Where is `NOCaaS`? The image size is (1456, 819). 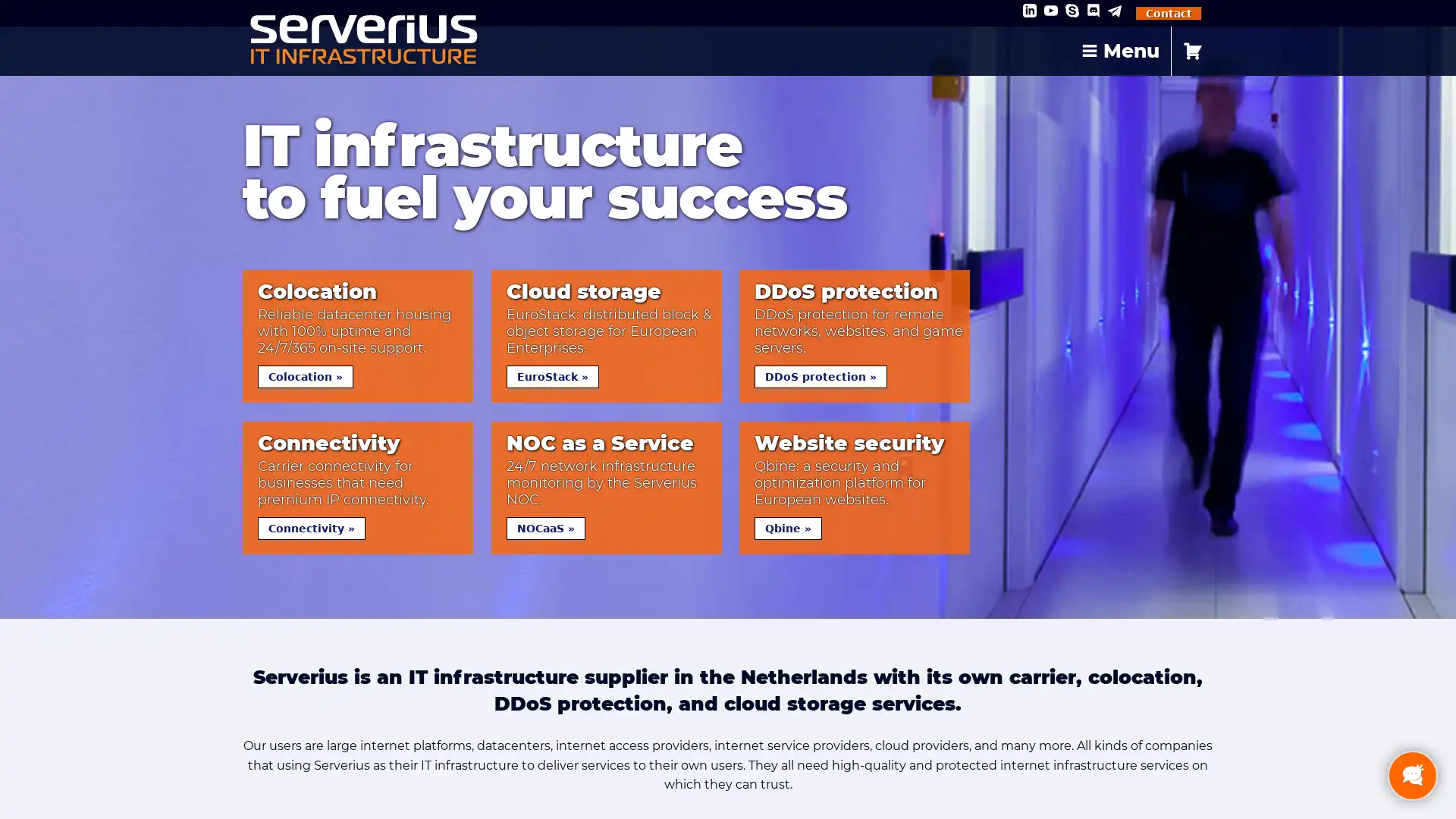
NOCaaS is located at coordinates (545, 526).